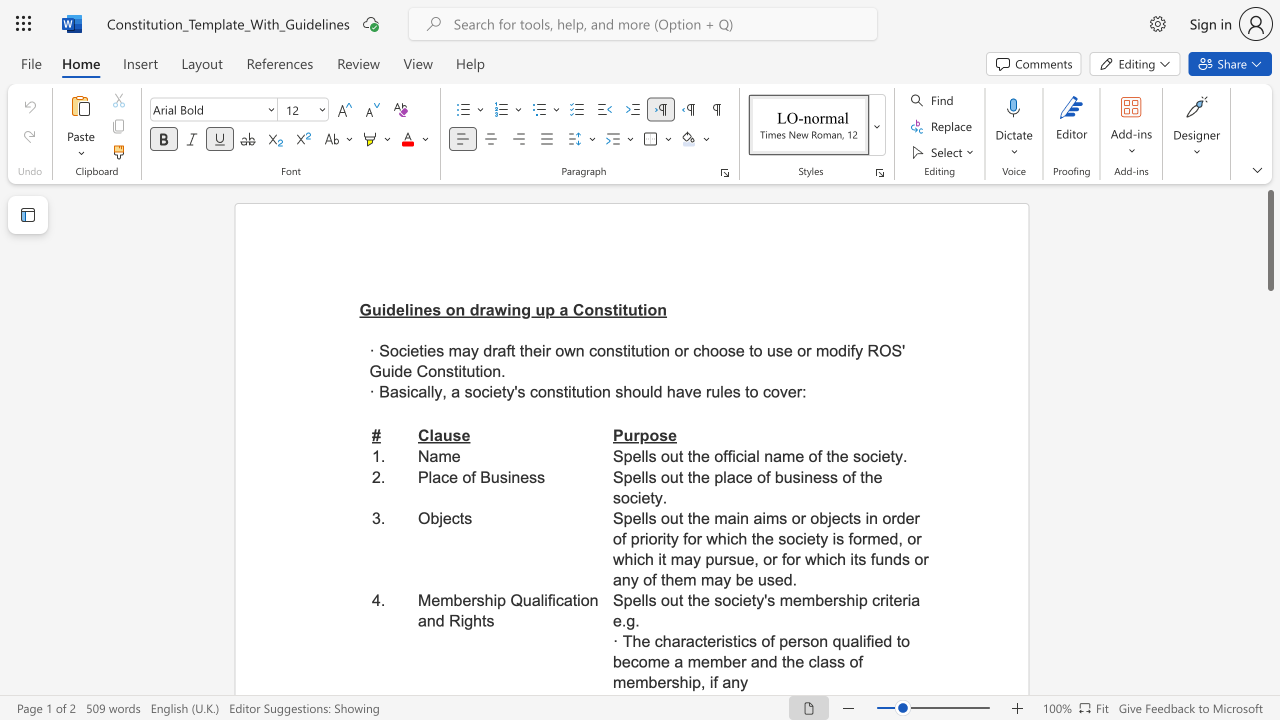  Describe the element at coordinates (1269, 360) in the screenshot. I see `the scrollbar on the right to move the page downward` at that location.